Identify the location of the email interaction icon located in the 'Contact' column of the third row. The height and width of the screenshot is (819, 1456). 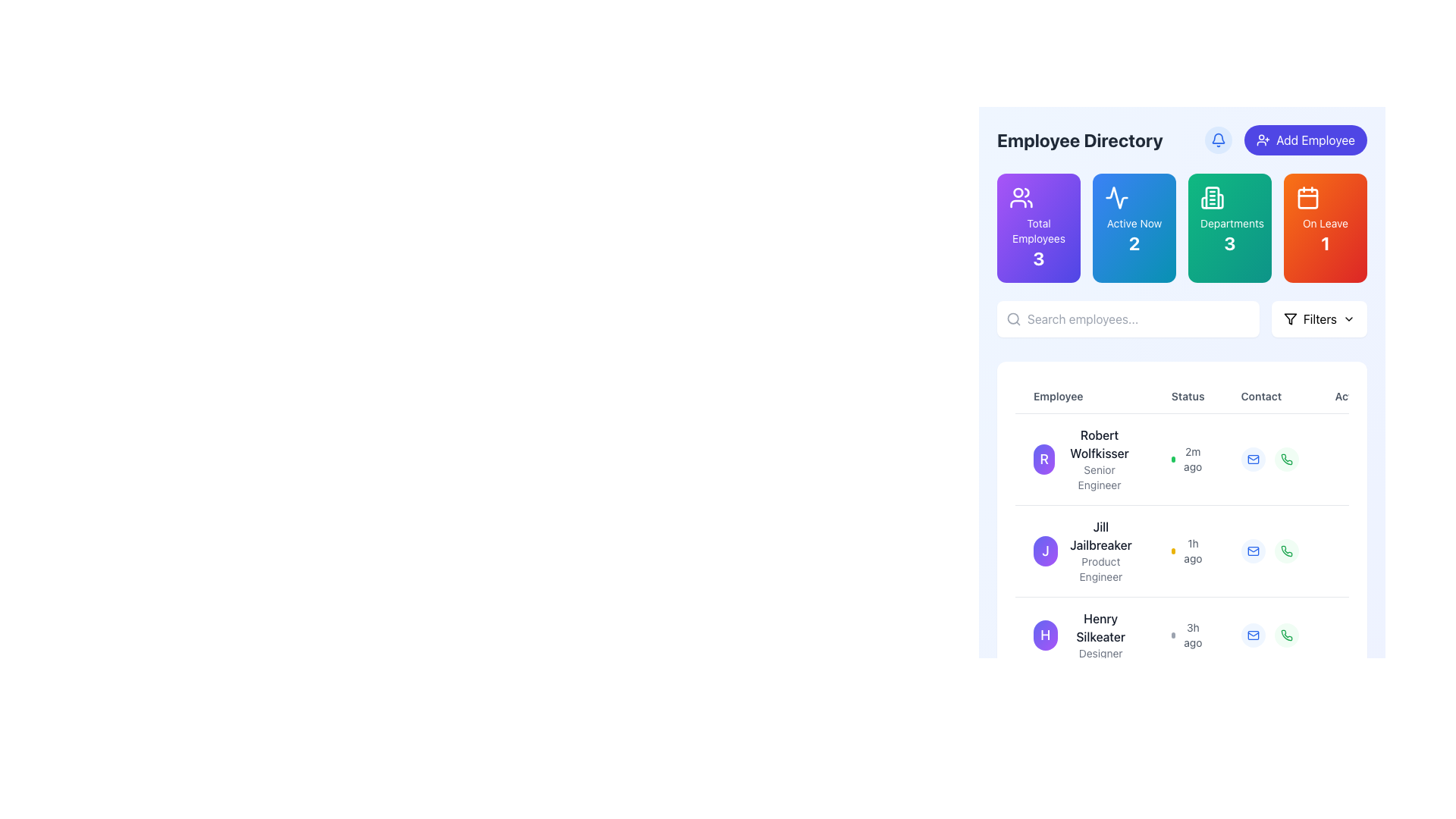
(1252, 635).